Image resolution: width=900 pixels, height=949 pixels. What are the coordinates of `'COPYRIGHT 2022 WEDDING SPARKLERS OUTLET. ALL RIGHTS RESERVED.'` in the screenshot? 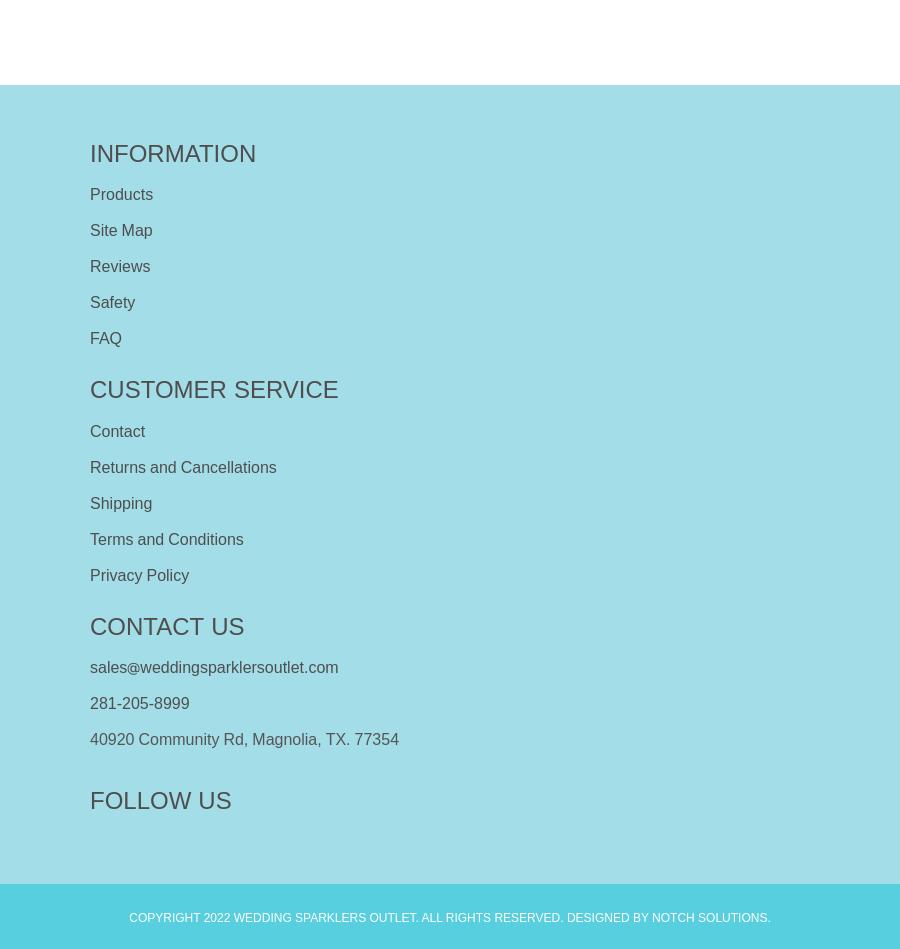 It's located at (347, 916).